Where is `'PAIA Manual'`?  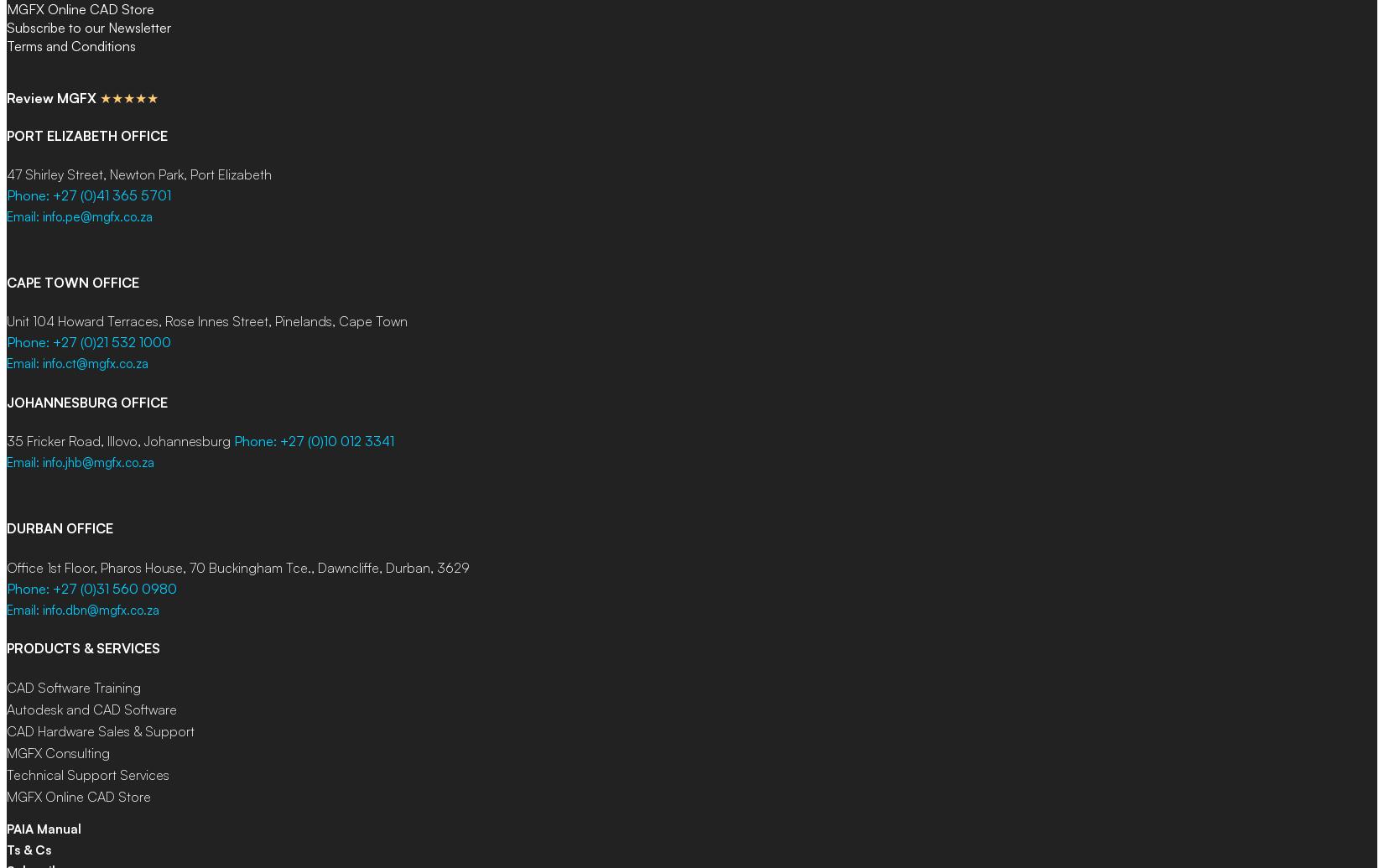 'PAIA Manual' is located at coordinates (44, 828).